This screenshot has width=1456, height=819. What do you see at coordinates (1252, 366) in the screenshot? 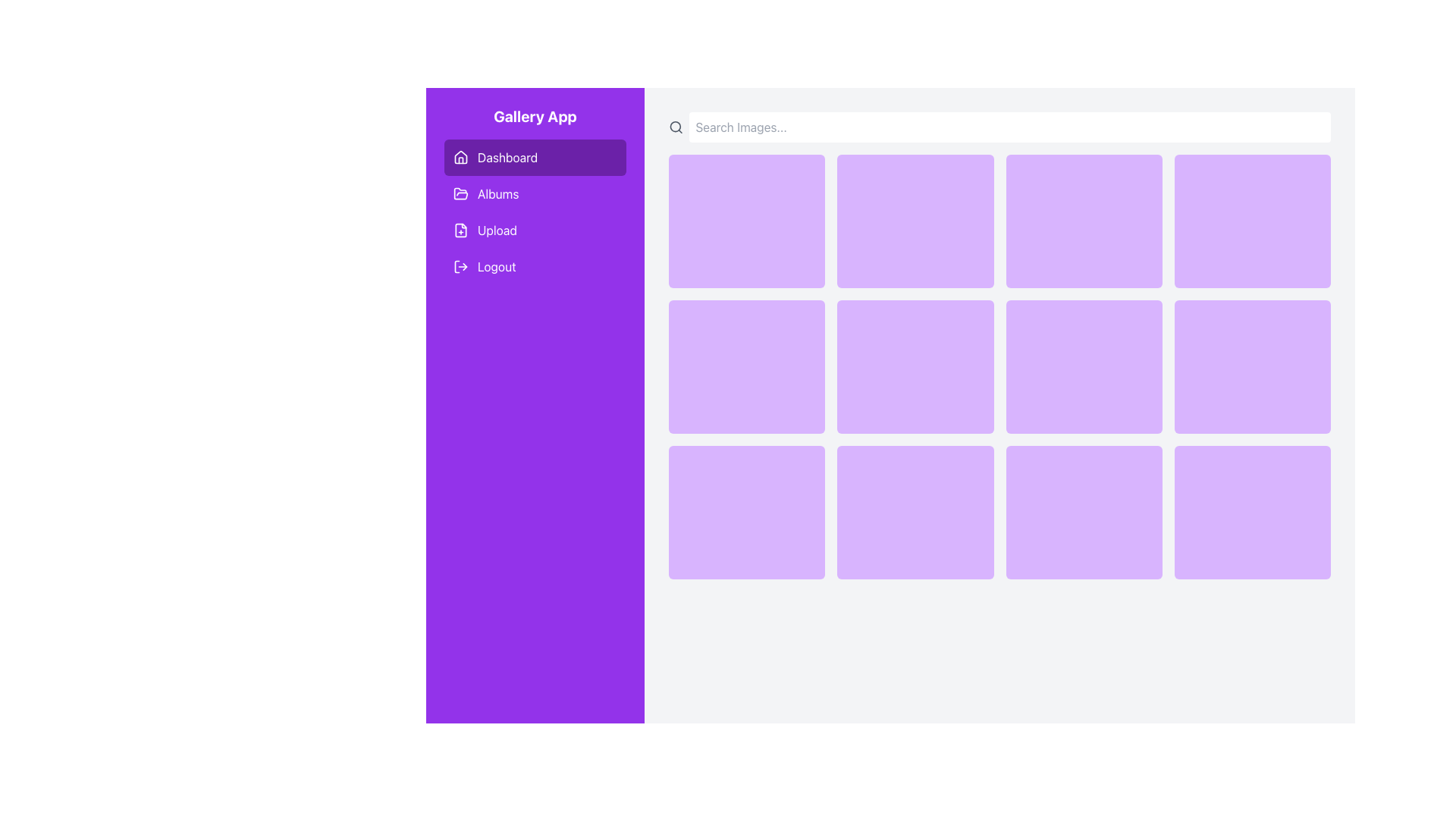
I see `the grid item located in the fourth column of the second row, which serves as a visual representation in a gallery or selection grid` at bounding box center [1252, 366].